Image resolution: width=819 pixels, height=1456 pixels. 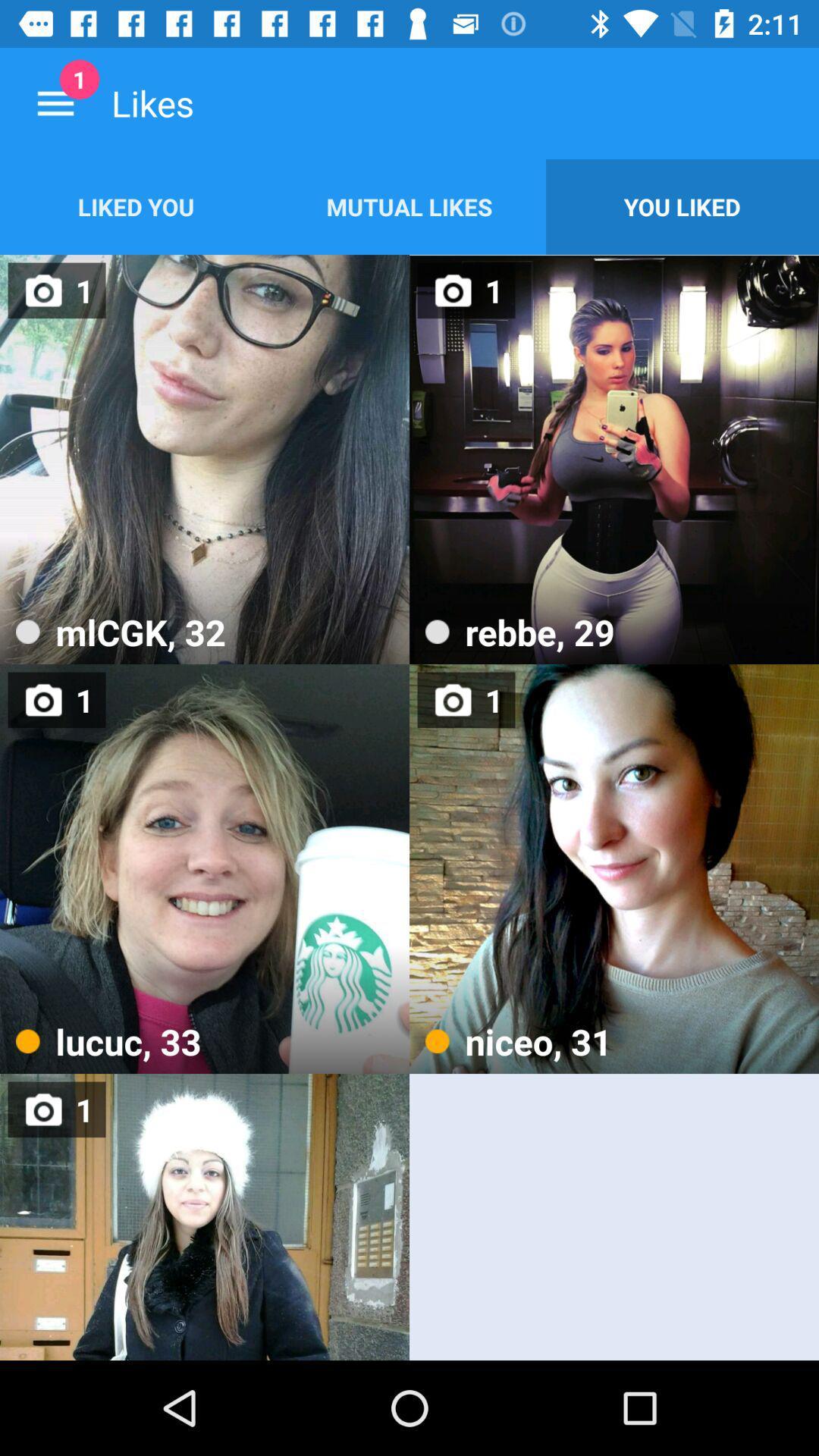 I want to click on the icon next to likes item, so click(x=55, y=102).